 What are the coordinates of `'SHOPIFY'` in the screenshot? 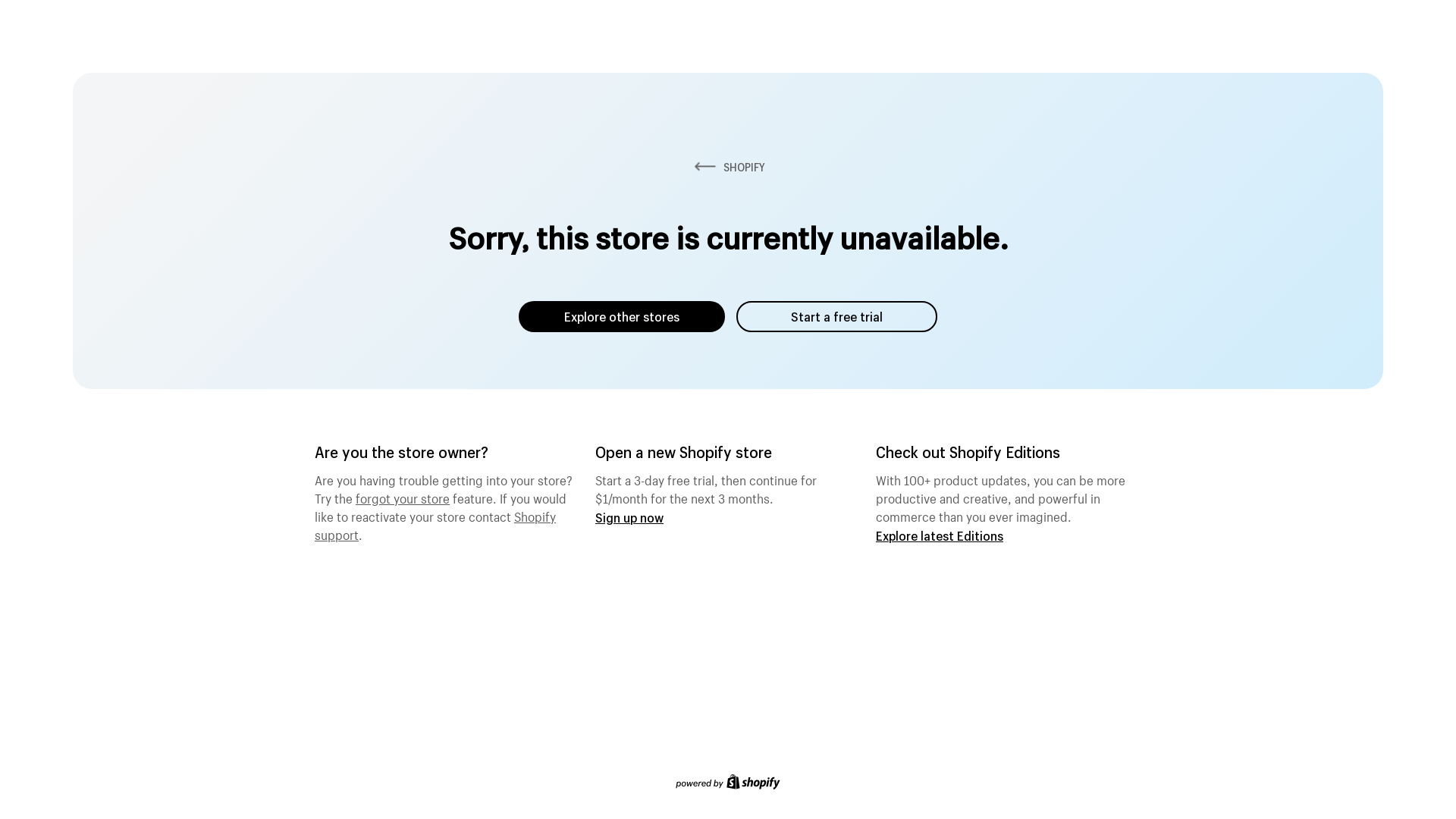 It's located at (728, 167).